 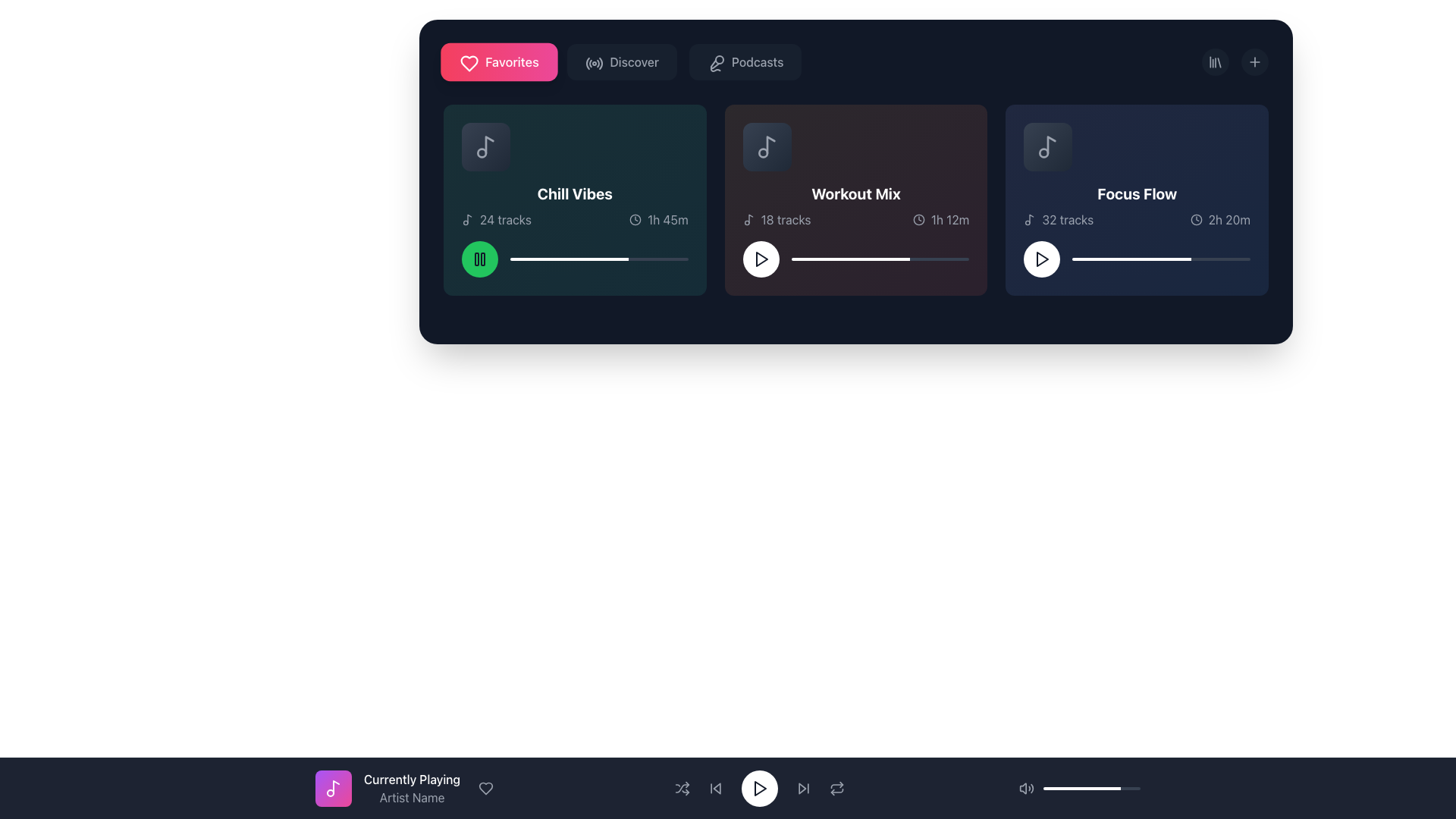 What do you see at coordinates (786, 219) in the screenshot?
I see `the text label indicating the number of tracks in the 'Workout Mix' playlist, which is positioned above a white horizontal progress bar and to the right of a small music icon` at bounding box center [786, 219].